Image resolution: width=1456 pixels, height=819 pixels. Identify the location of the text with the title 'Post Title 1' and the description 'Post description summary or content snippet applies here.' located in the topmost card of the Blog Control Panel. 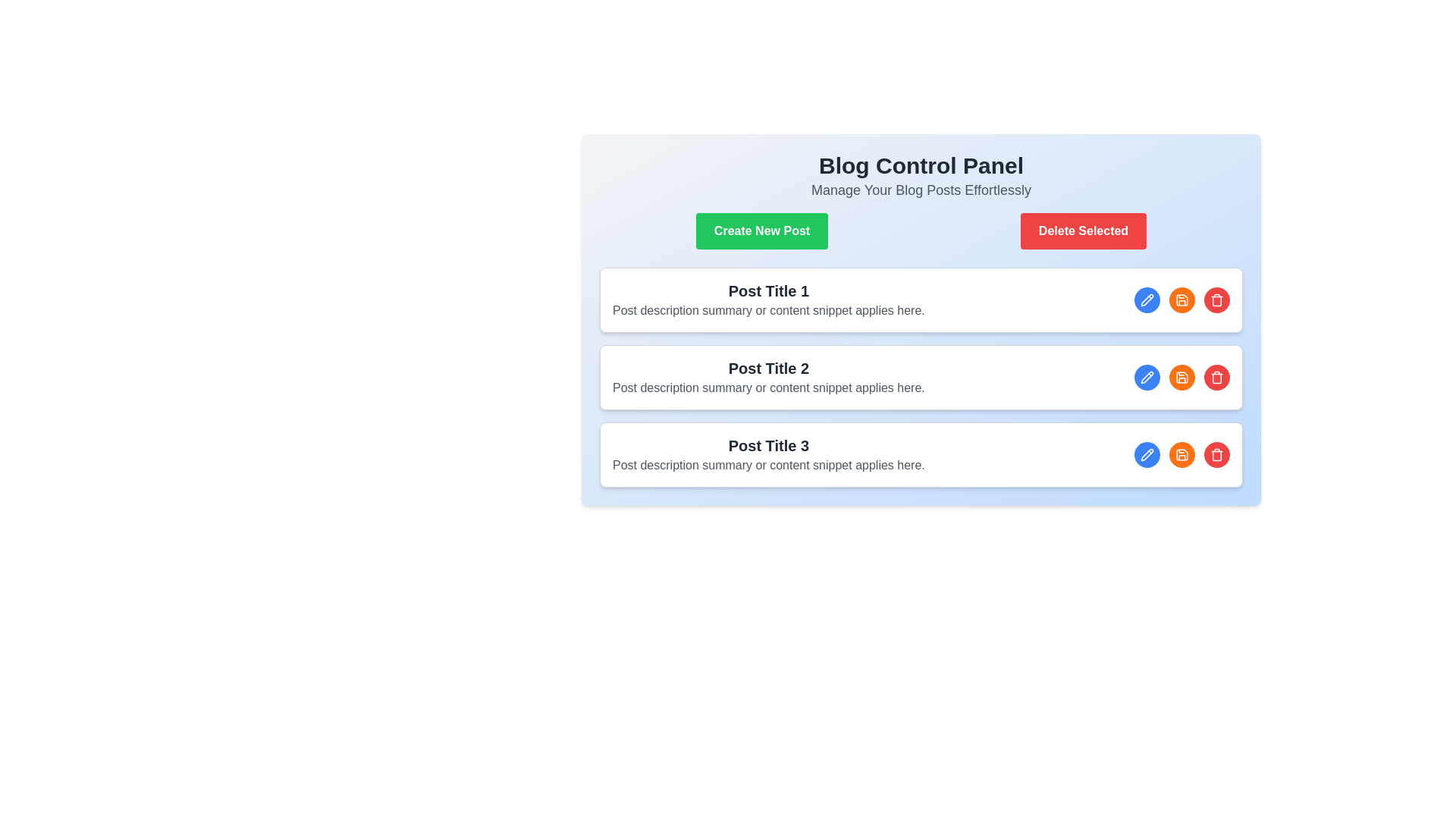
(768, 300).